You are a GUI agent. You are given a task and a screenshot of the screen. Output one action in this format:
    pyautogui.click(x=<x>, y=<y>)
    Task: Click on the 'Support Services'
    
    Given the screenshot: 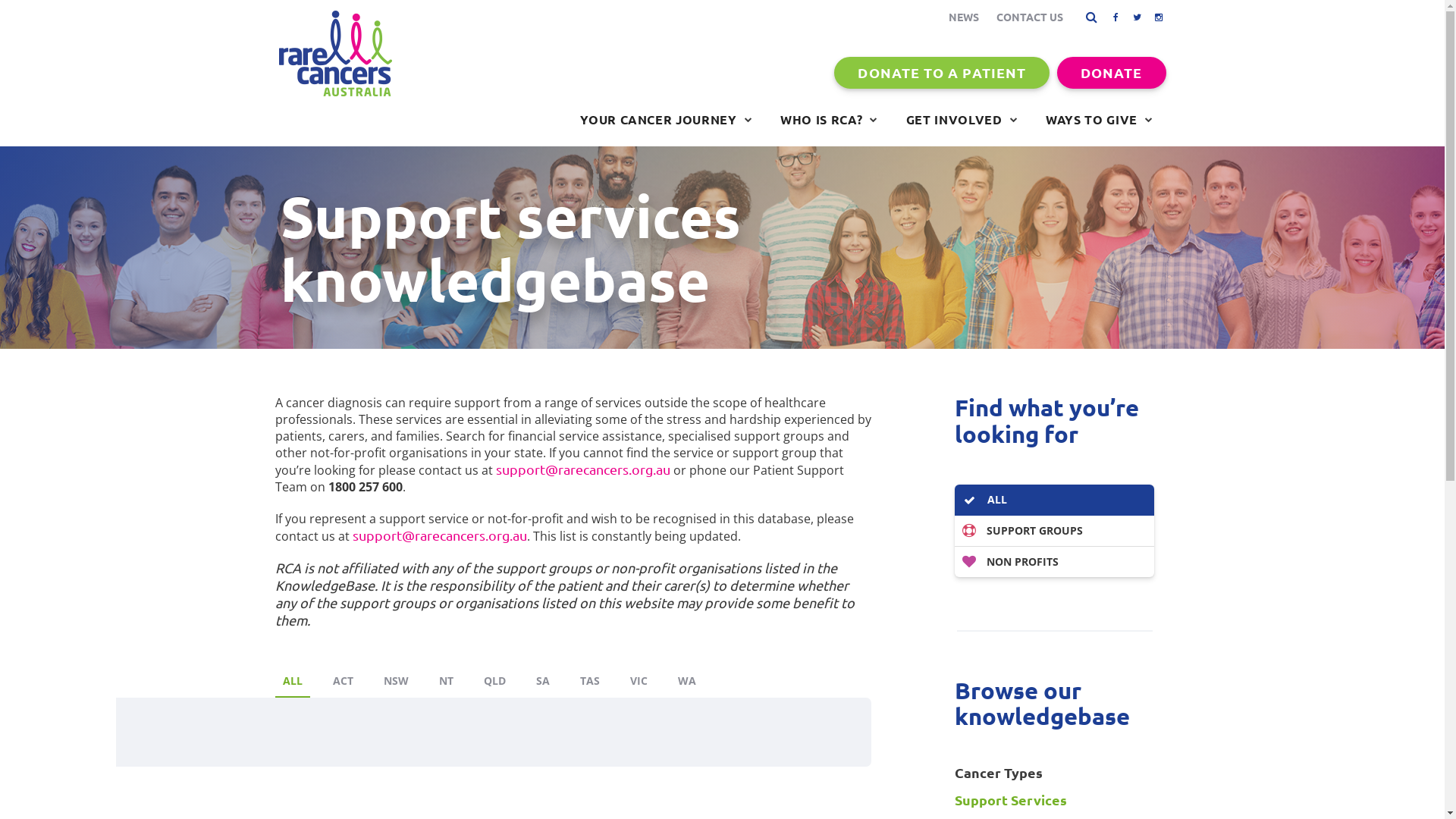 What is the action you would take?
    pyautogui.click(x=1053, y=799)
    